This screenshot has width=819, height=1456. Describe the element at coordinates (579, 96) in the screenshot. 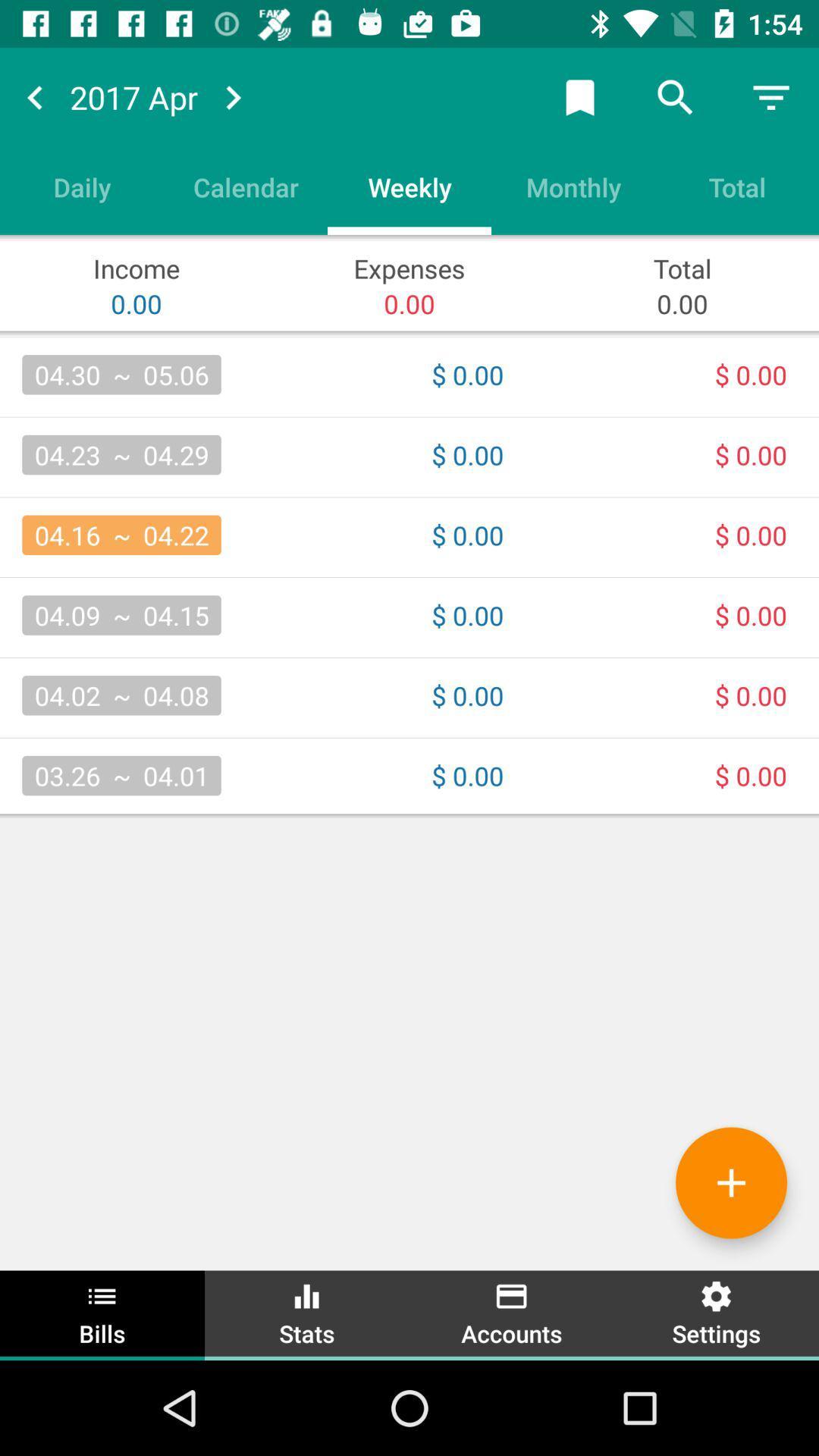

I see `the icon above monthly icon` at that location.